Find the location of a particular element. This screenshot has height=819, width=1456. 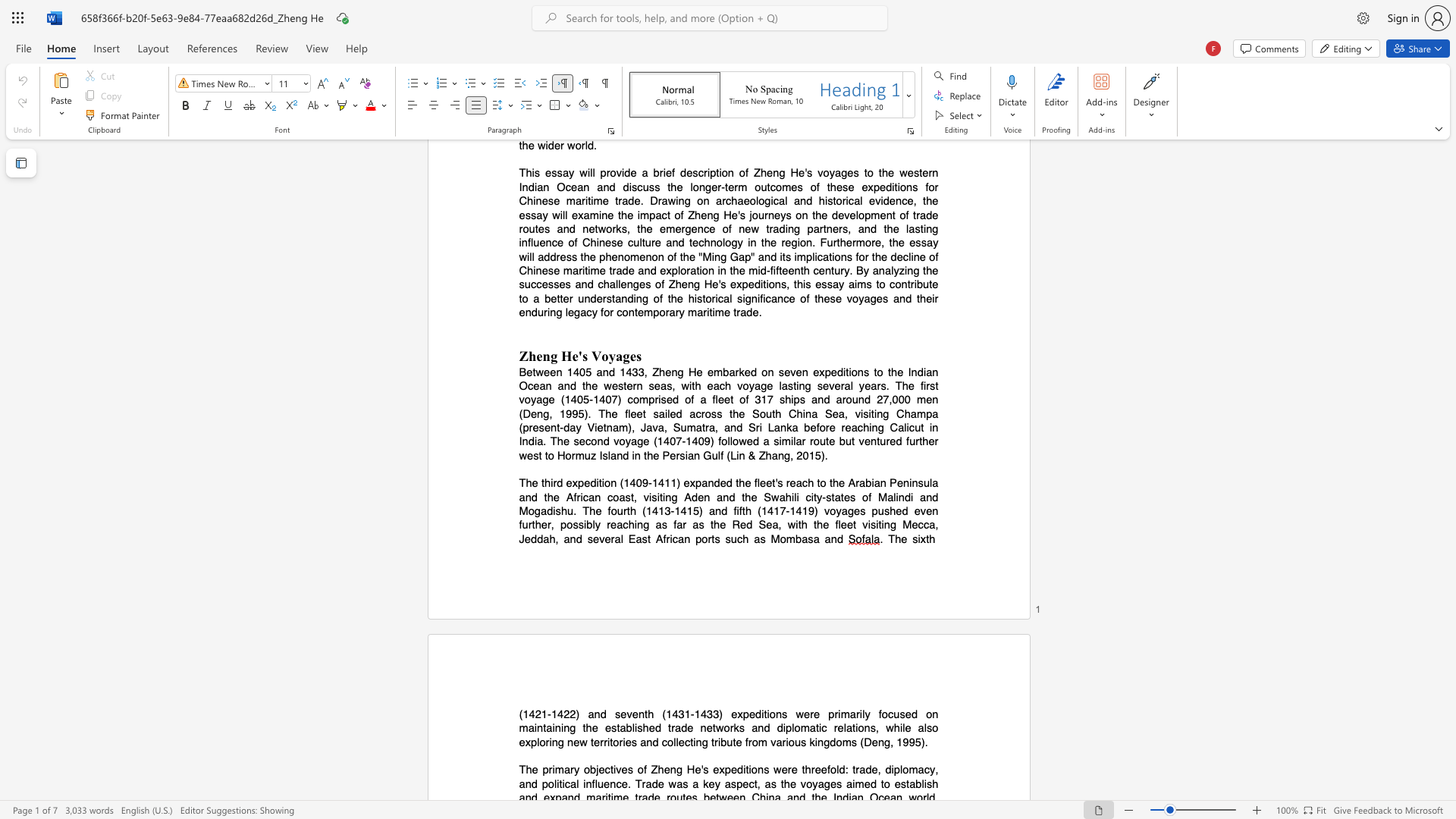

the space between the continuous character "c" and "u" in the text is located at coordinates (893, 714).